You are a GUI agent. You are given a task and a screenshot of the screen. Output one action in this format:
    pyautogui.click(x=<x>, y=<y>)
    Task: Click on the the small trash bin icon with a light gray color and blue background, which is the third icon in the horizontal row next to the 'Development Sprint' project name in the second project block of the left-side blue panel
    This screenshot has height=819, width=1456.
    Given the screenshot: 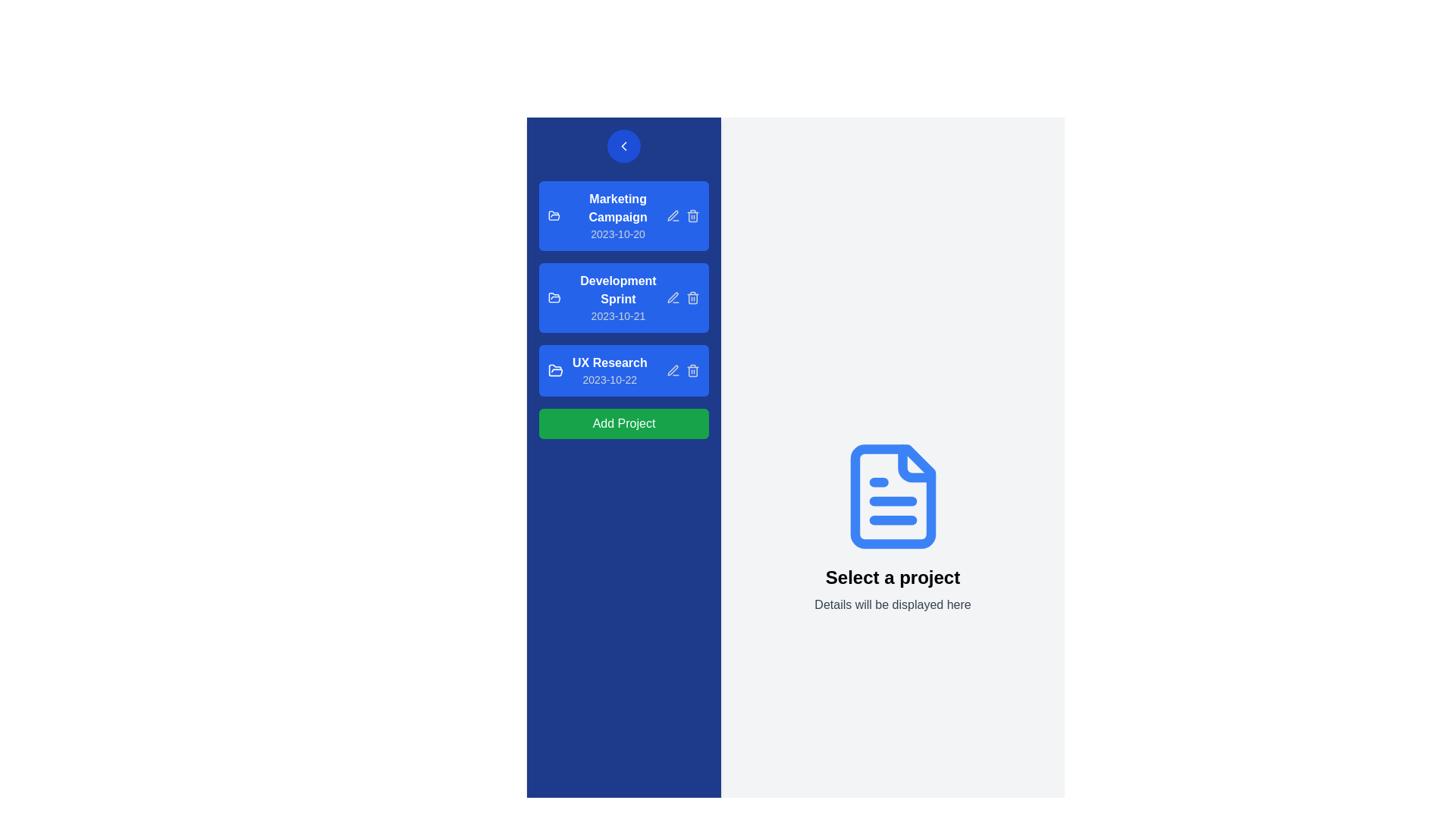 What is the action you would take?
    pyautogui.click(x=692, y=298)
    